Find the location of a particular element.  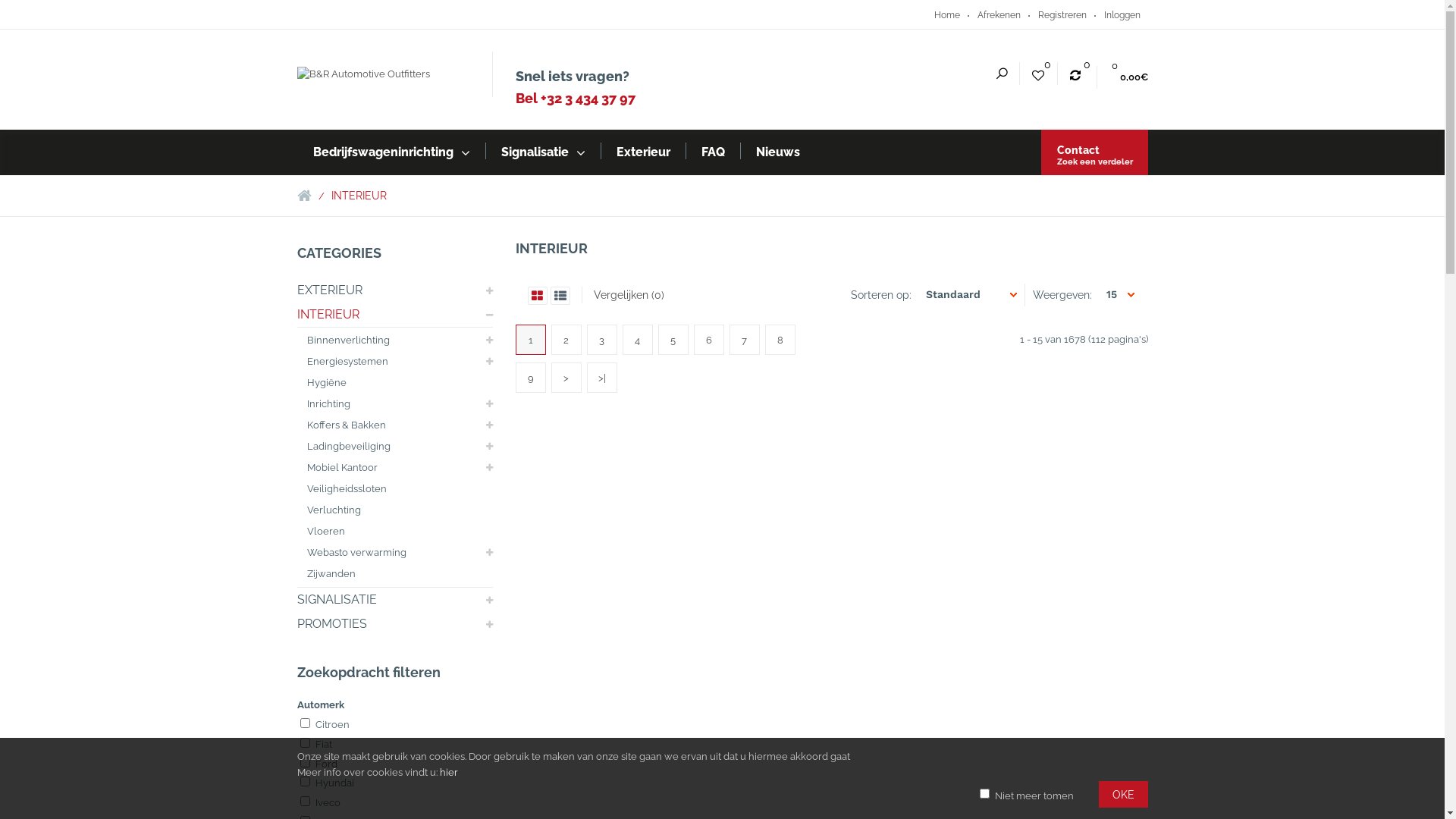

'Ladingbeveiliging' is located at coordinates (347, 446).